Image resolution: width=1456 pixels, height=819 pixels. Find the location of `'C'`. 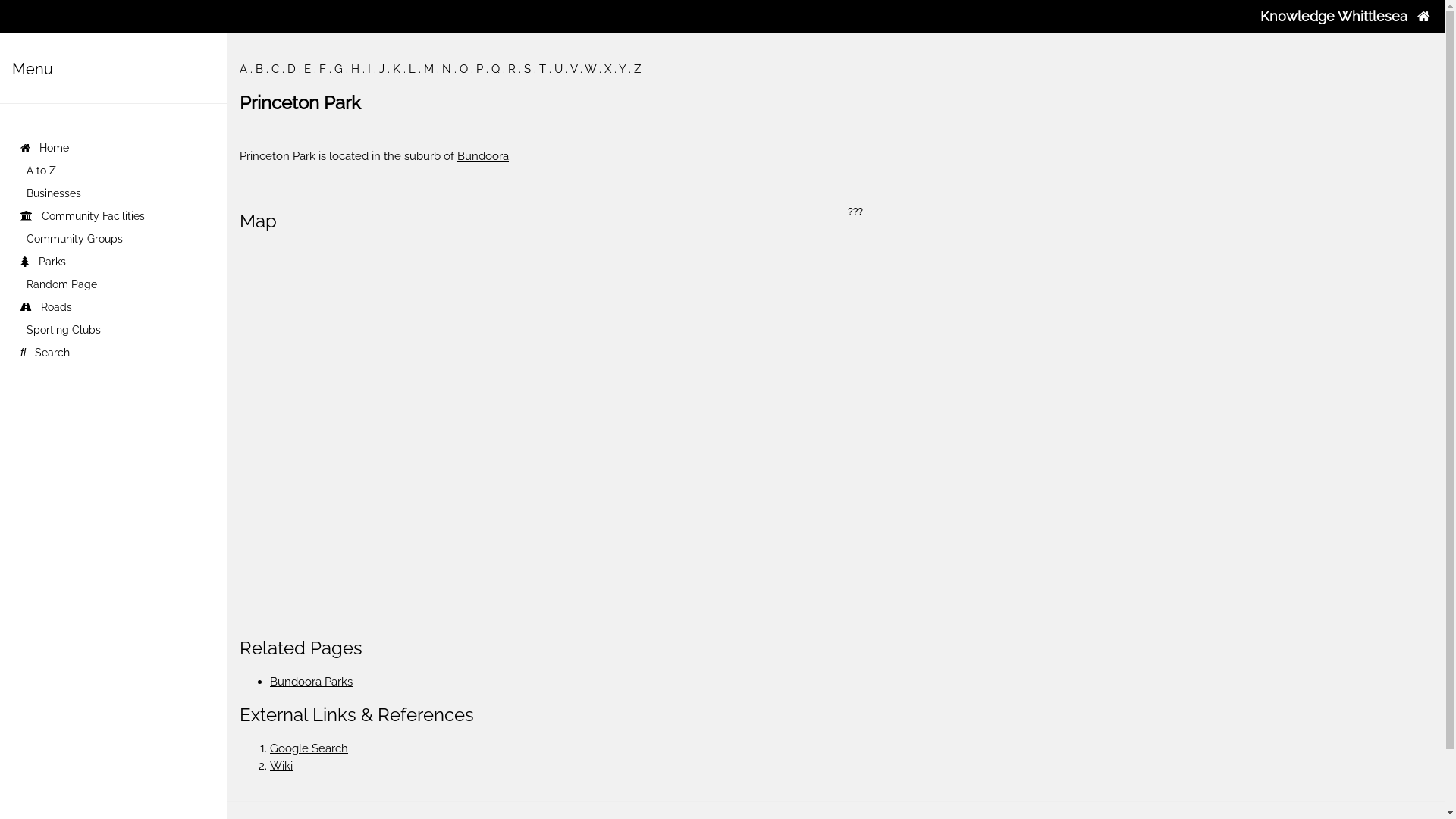

'C' is located at coordinates (275, 69).